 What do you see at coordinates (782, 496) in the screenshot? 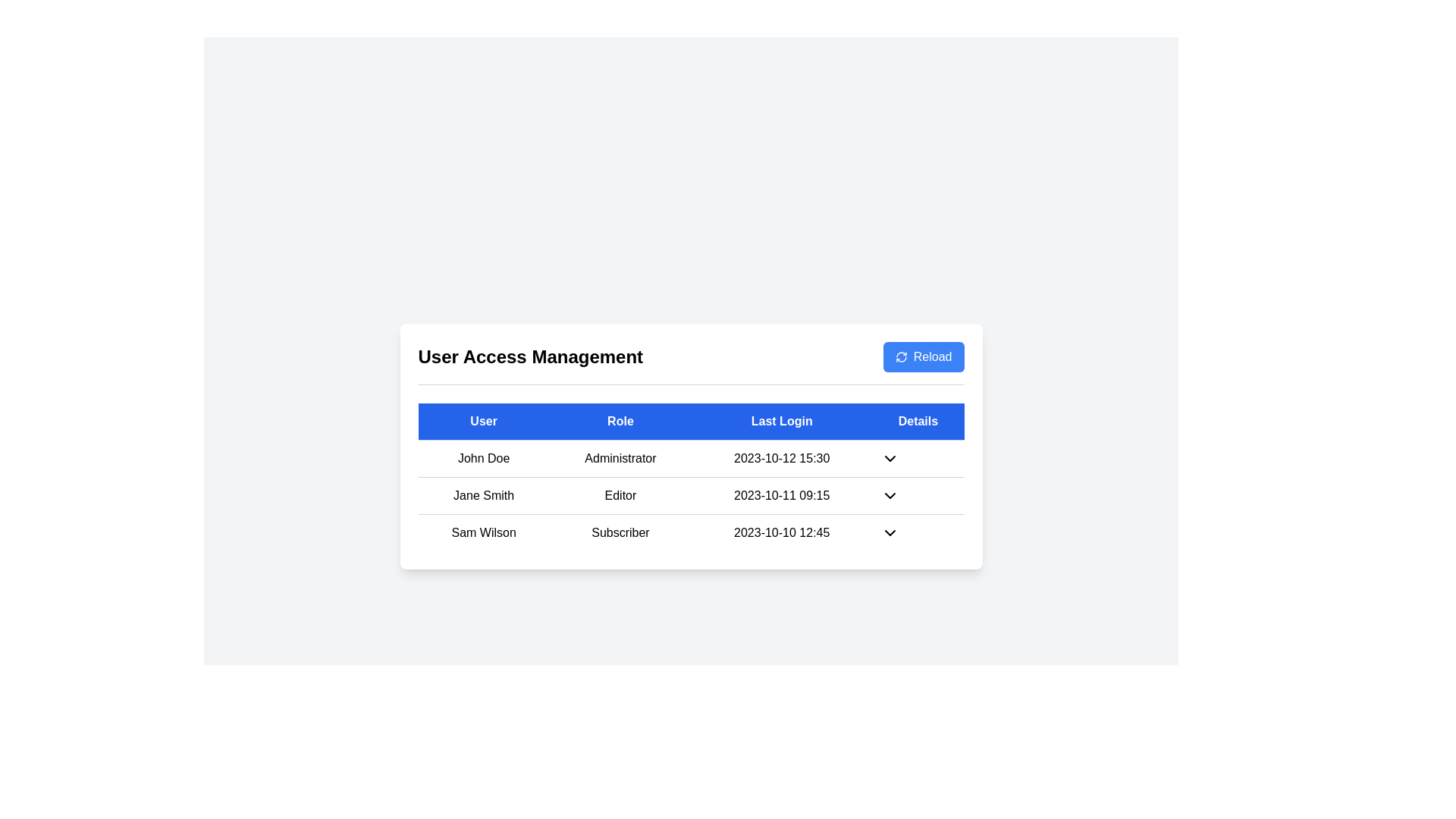
I see `the text displaying the last login date and time for the user 'Jane Smith' in the 'User Access Management' table, specifically located in the 'Last Login' column` at bounding box center [782, 496].